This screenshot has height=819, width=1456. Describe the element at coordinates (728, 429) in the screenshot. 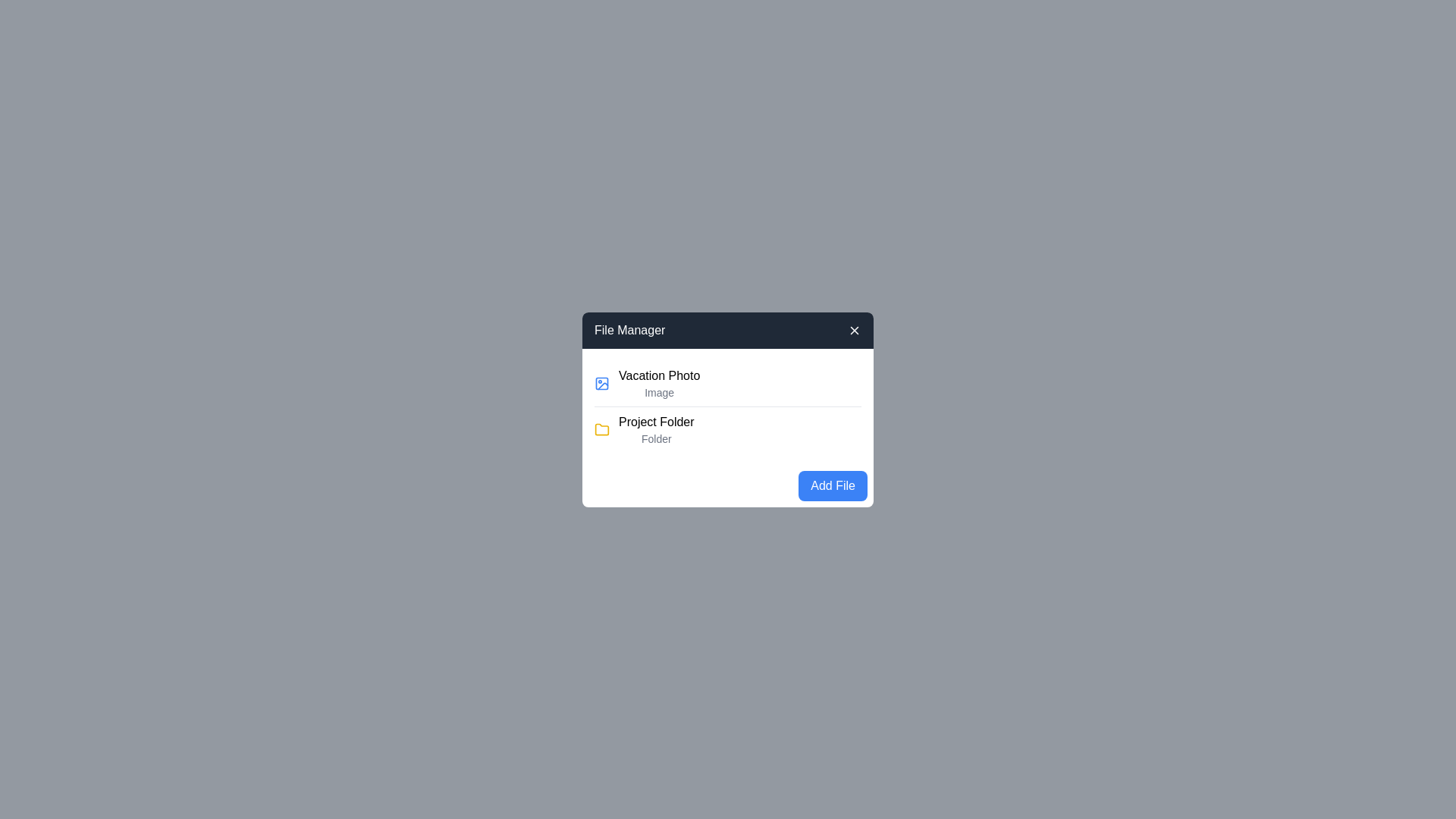

I see `the item Project Folder from the file list` at that location.